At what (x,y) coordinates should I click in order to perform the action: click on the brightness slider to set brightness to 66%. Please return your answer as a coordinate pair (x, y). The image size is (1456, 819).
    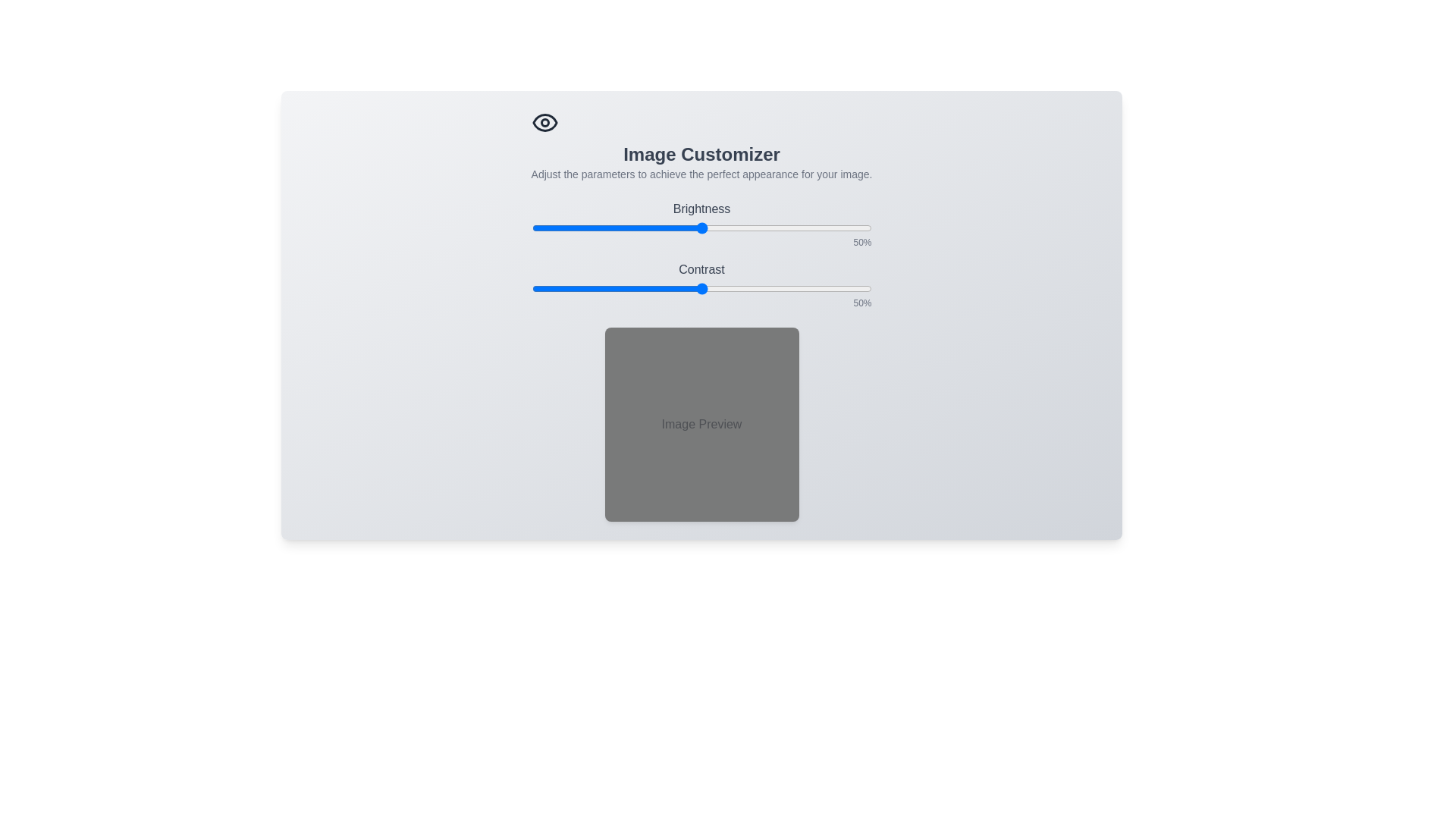
    Looking at the image, I should click on (756, 227).